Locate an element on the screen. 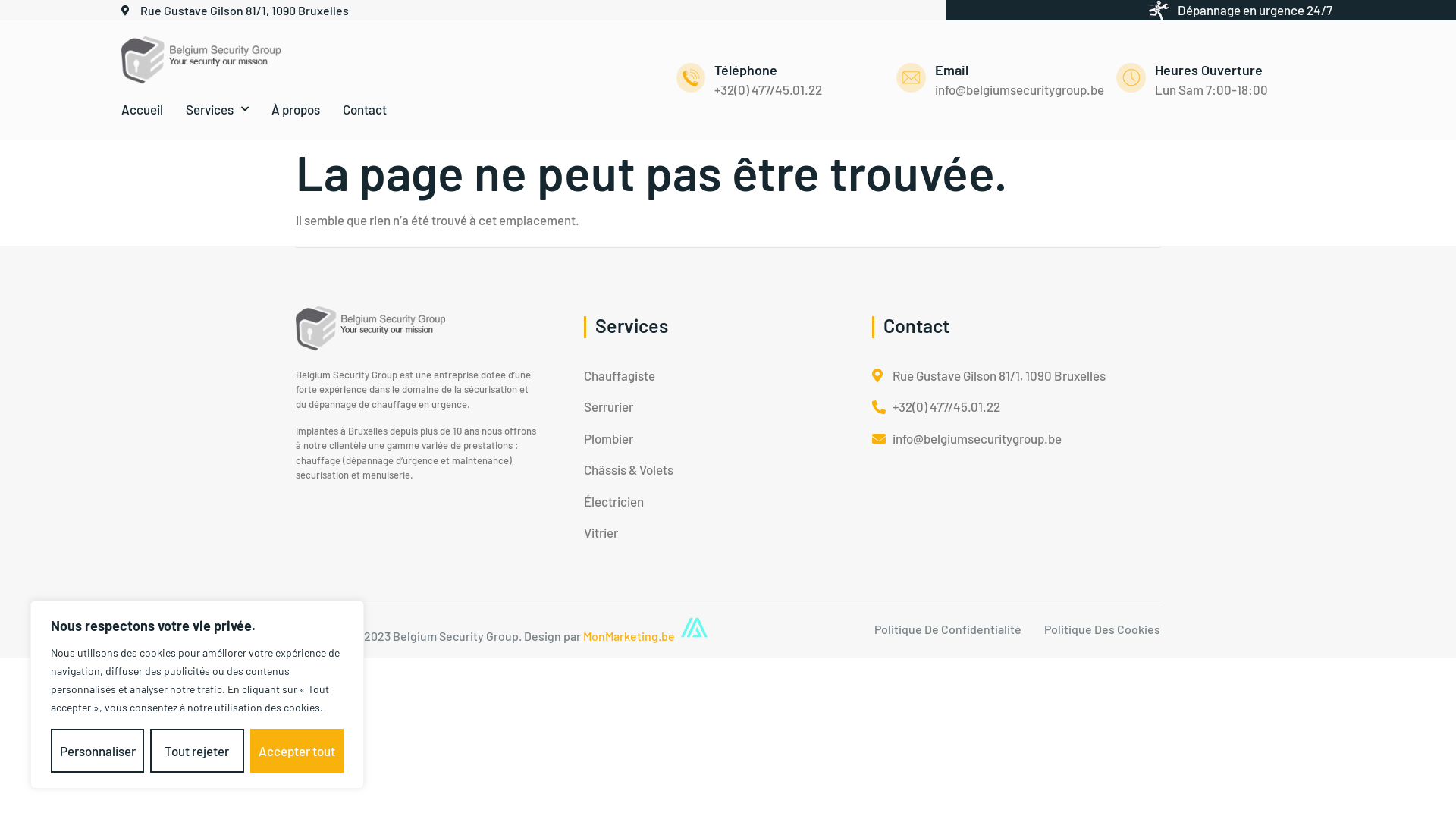 Image resolution: width=1456 pixels, height=819 pixels. 'Rue Gustave Gilson 81/1, 1090 Bruxelles' is located at coordinates (234, 11).